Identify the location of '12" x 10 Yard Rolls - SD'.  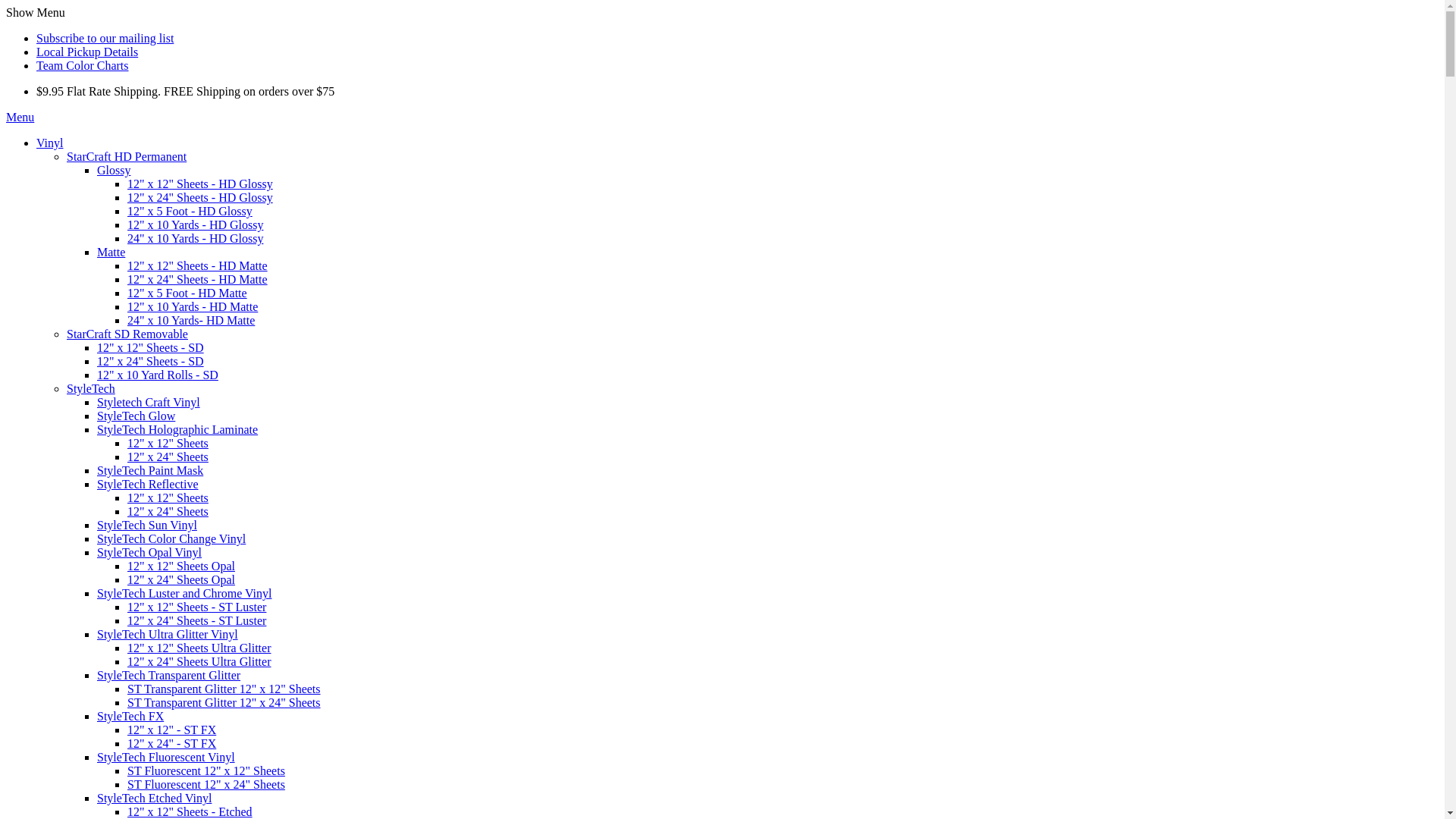
(157, 375).